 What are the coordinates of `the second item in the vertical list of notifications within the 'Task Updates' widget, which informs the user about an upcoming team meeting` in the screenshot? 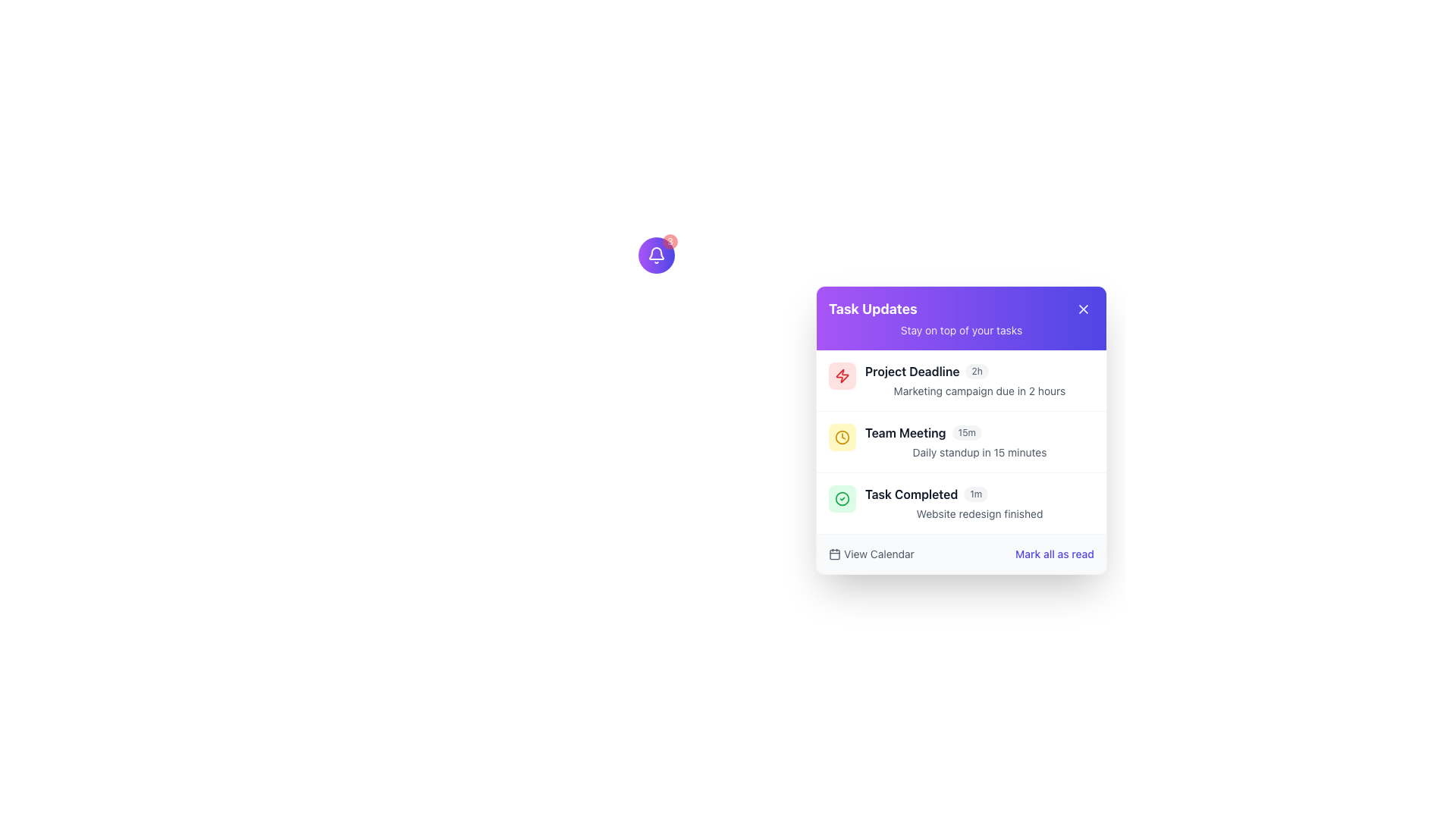 It's located at (960, 441).